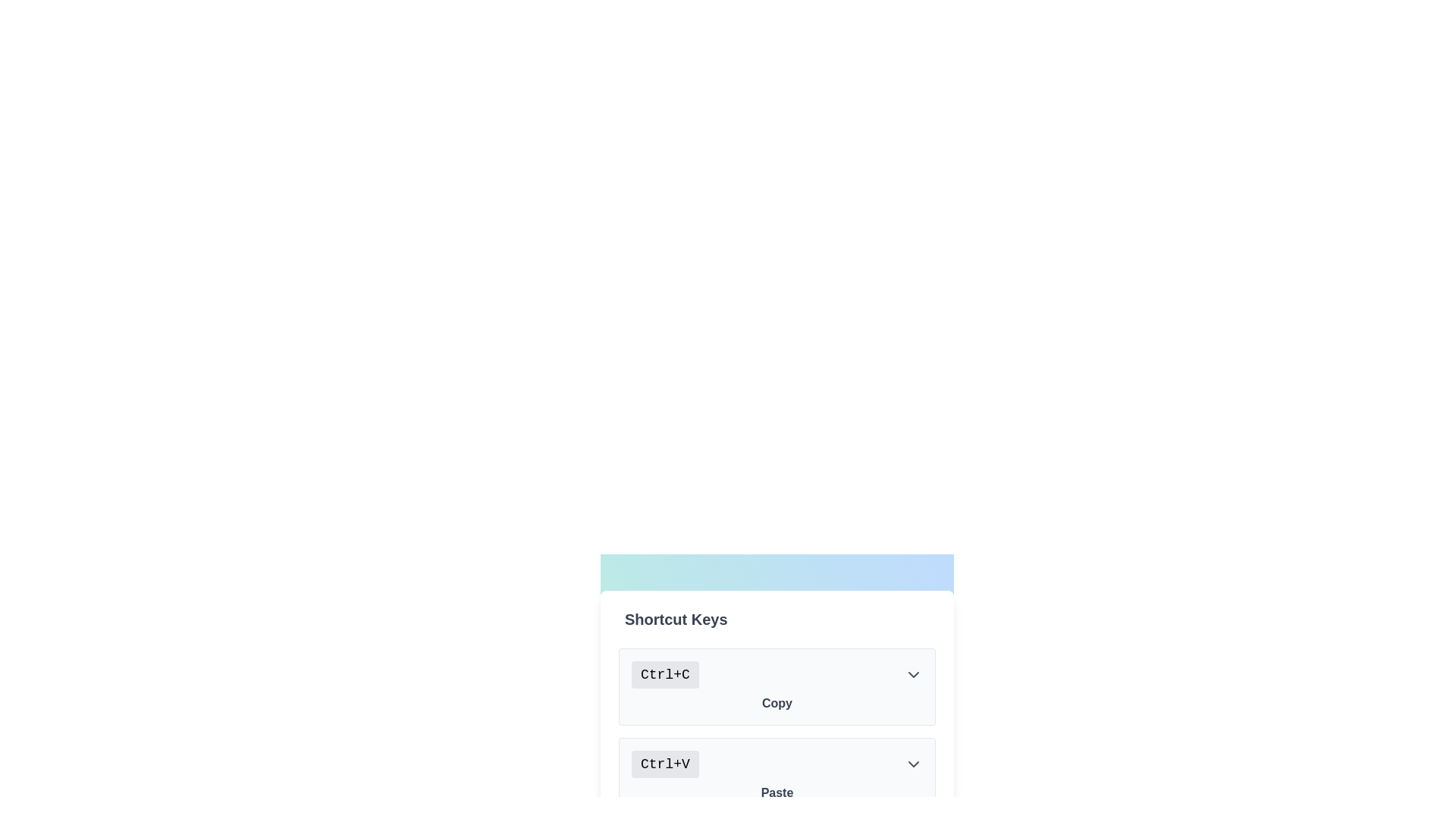  I want to click on the static text label indicating the action associated with the 'Ctrl+C' shortcut key located directly beneath the 'Ctrl+C' label, so click(777, 704).